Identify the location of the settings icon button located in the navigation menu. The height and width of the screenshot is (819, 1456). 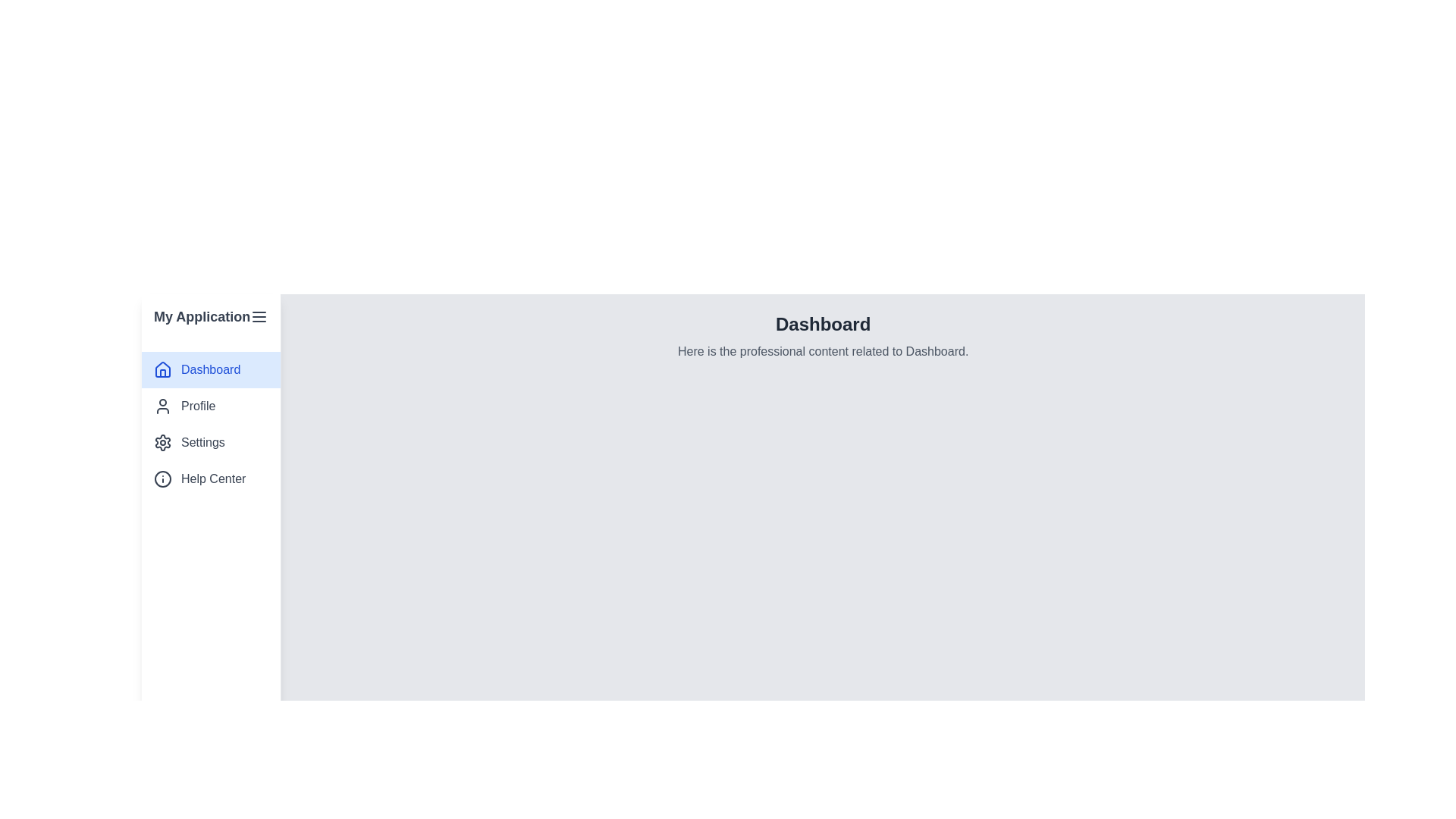
(163, 442).